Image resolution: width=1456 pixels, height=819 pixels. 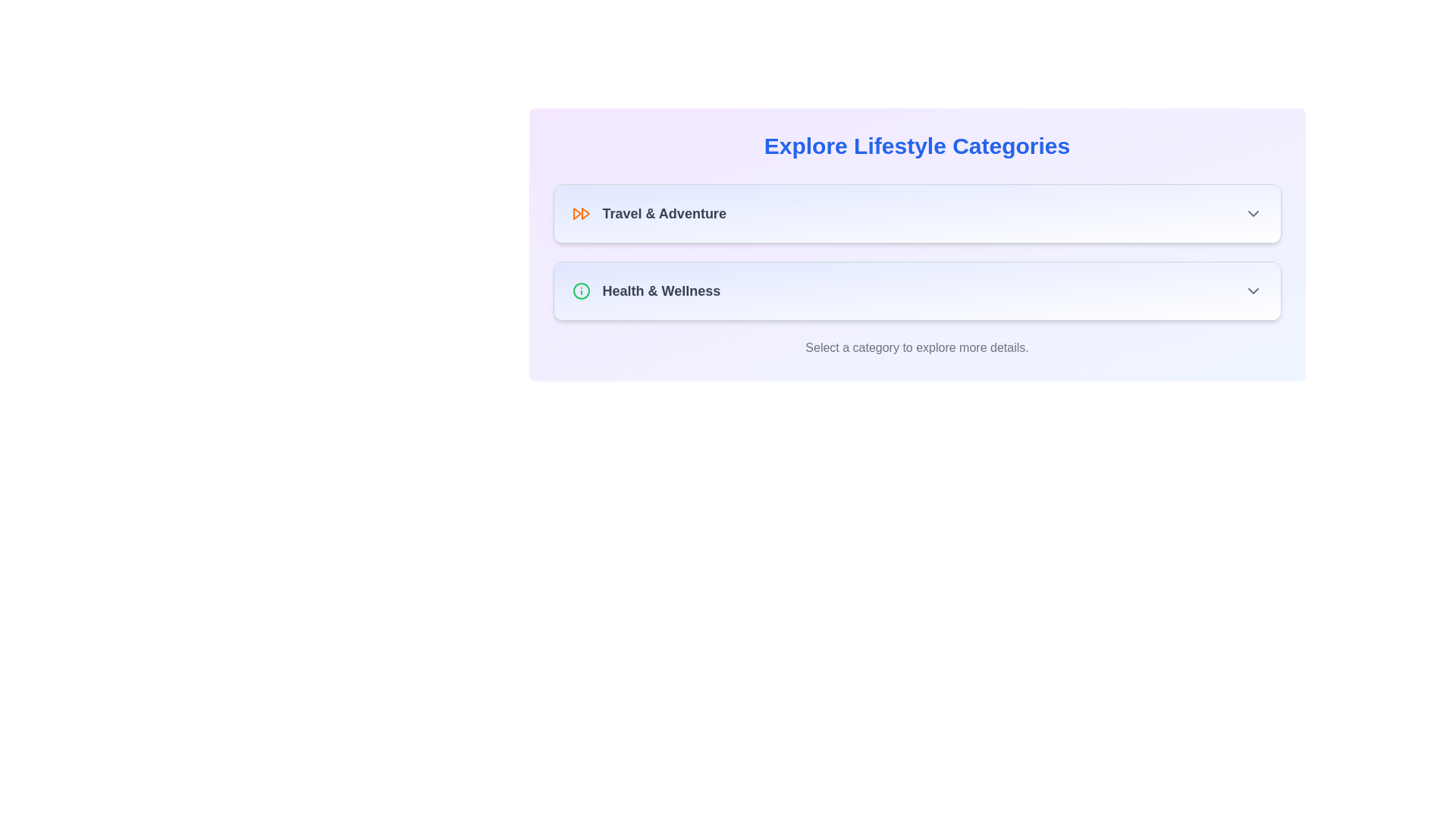 I want to click on the triangular icon fragment that points to the right, located in the top section of the interface next to the 'Travel & Adventure' label, so click(x=585, y=213).